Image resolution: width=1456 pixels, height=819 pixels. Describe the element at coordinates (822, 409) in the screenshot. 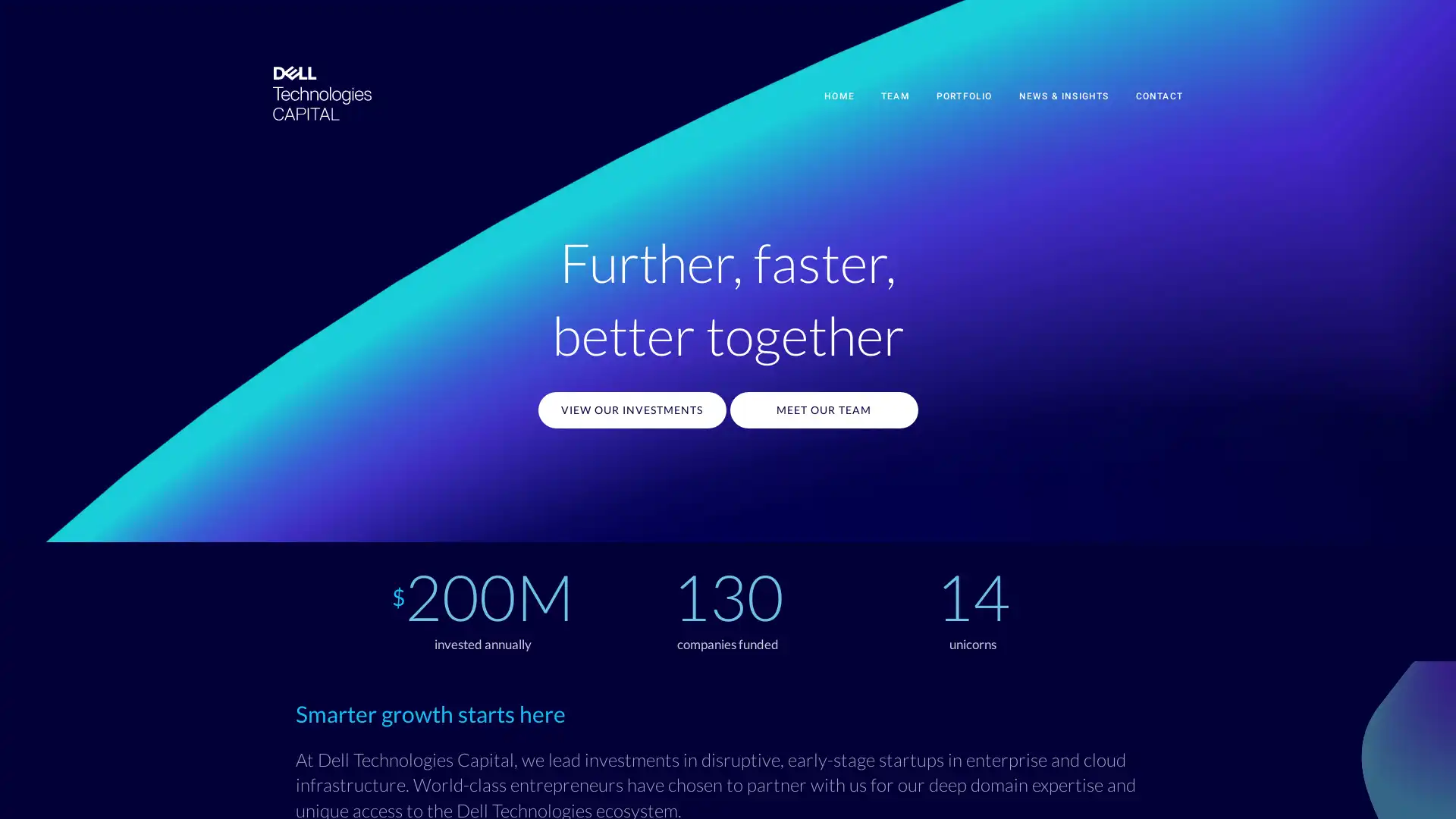

I see `MEET OUR TEAM` at that location.